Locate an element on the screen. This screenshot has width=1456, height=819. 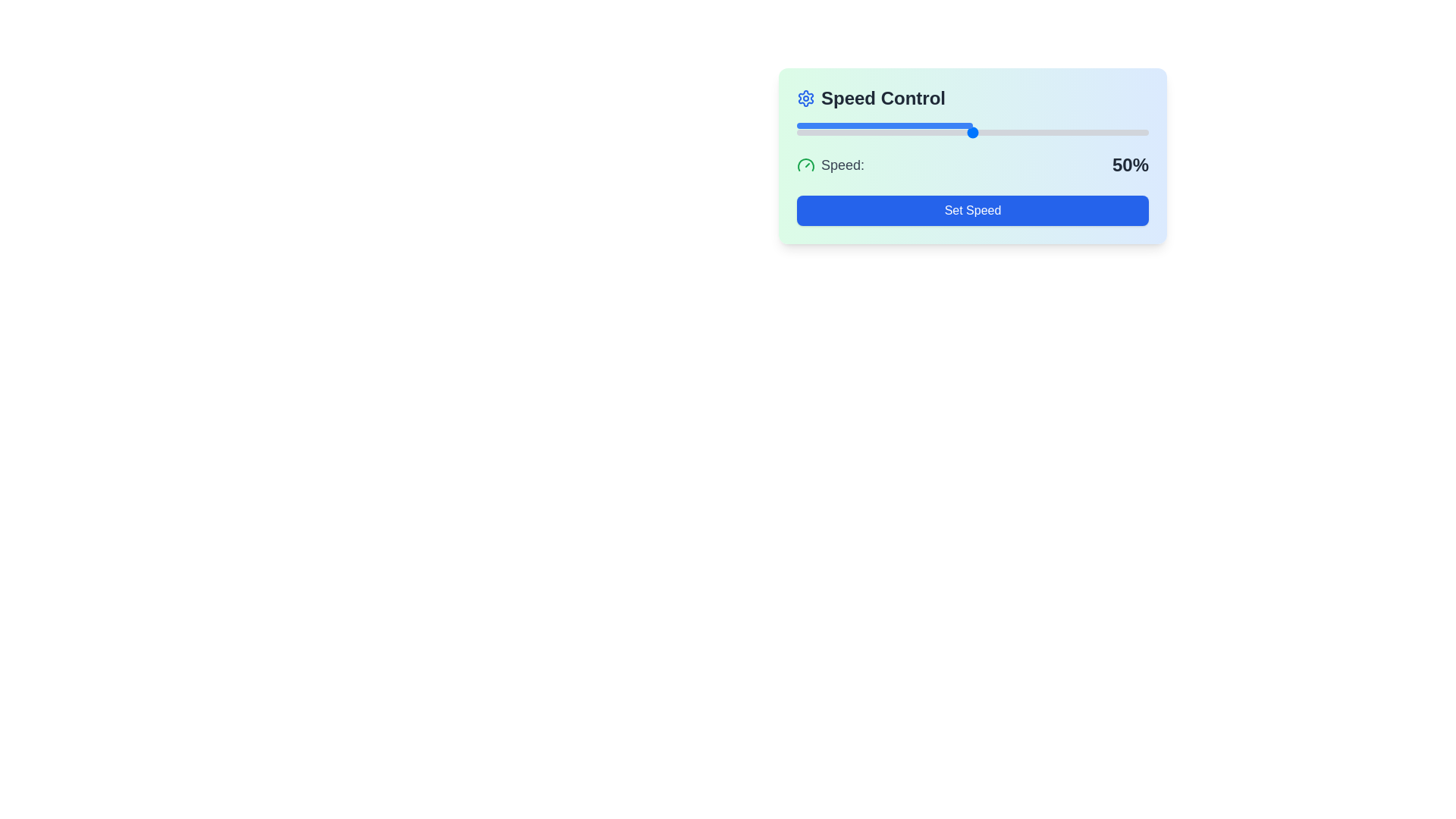
the slider is located at coordinates (1117, 131).